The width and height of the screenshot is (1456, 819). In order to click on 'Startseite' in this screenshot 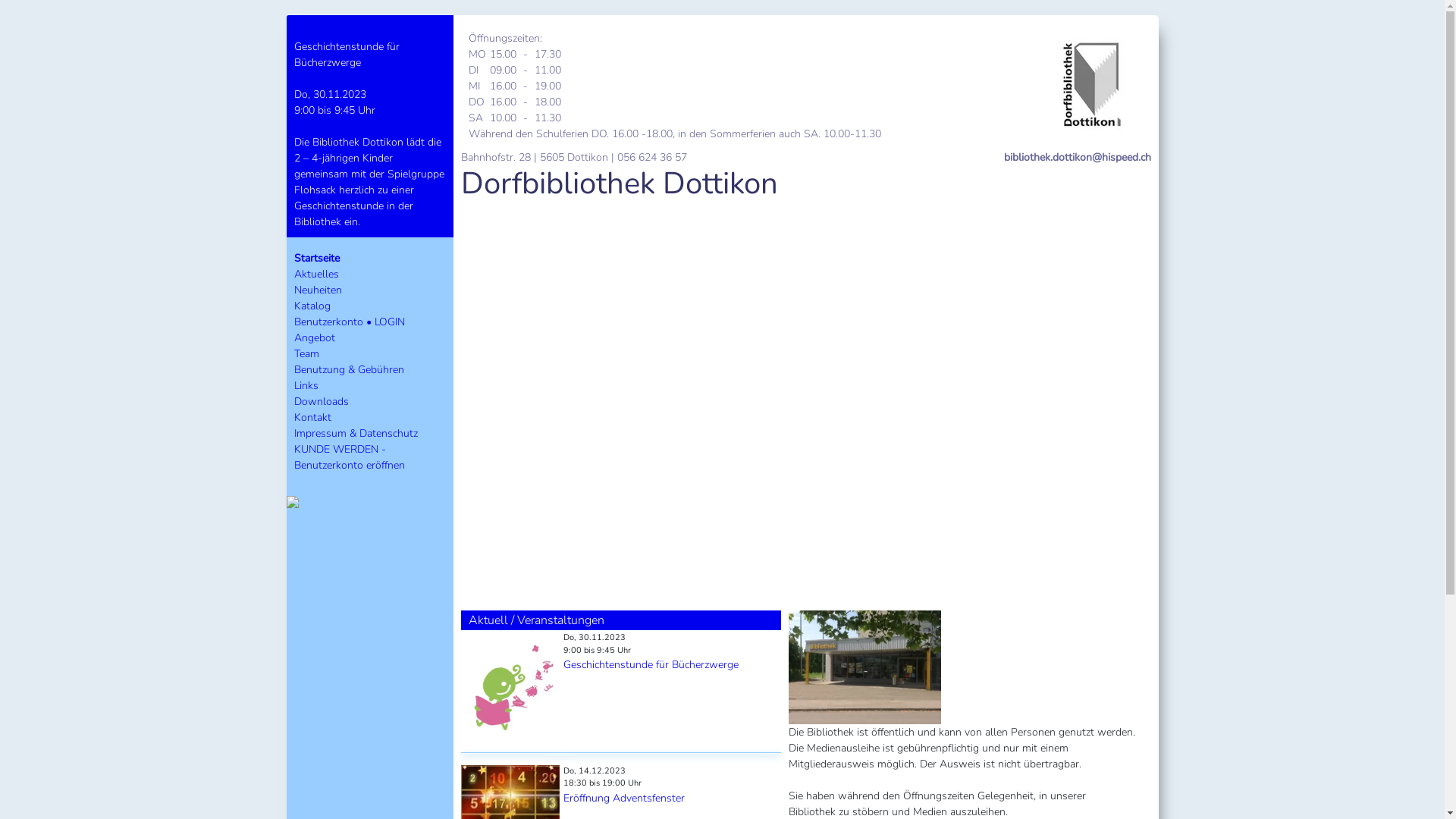, I will do `click(315, 257)`.